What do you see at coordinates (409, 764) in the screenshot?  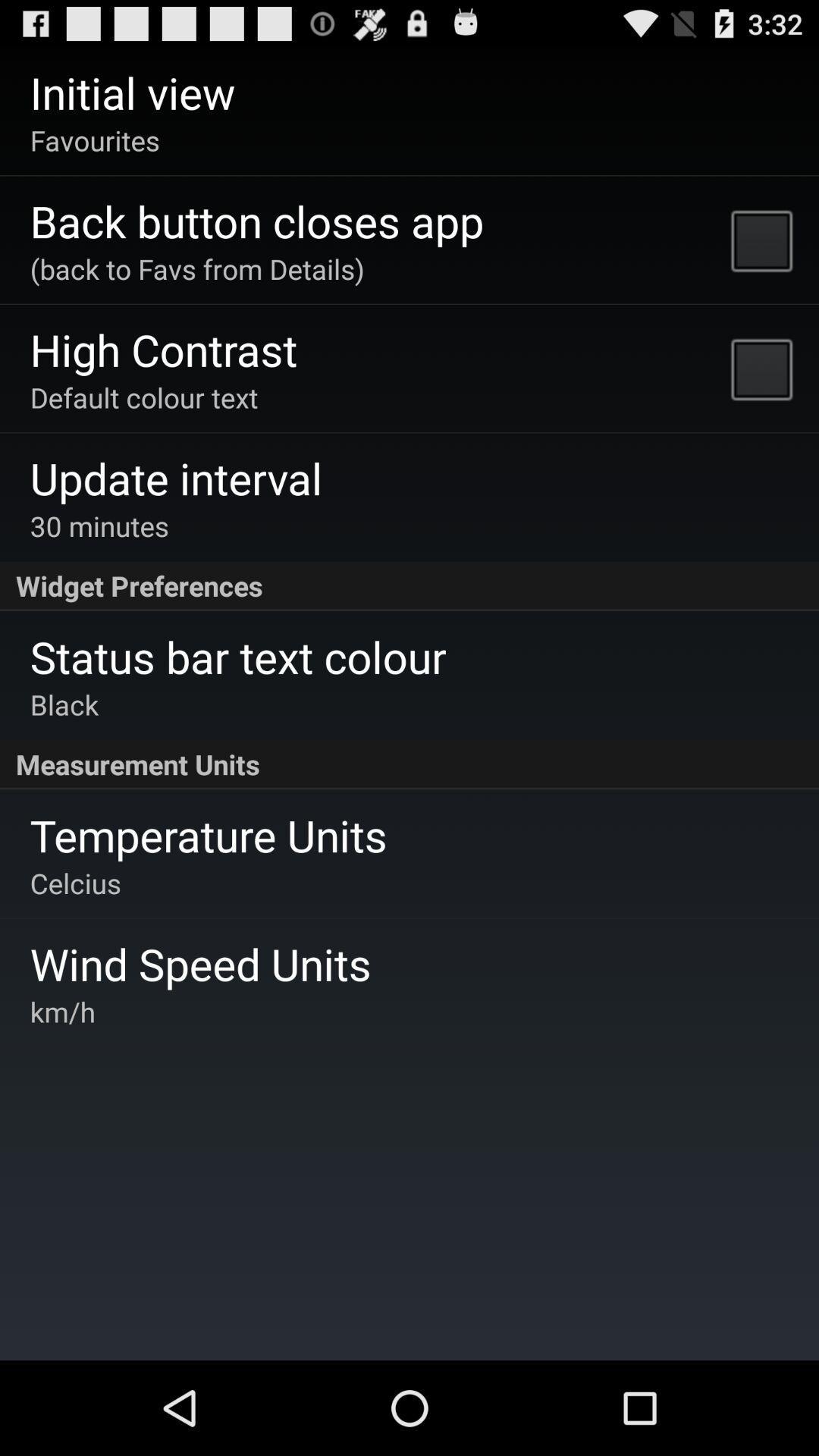 I see `measurement units app` at bounding box center [409, 764].